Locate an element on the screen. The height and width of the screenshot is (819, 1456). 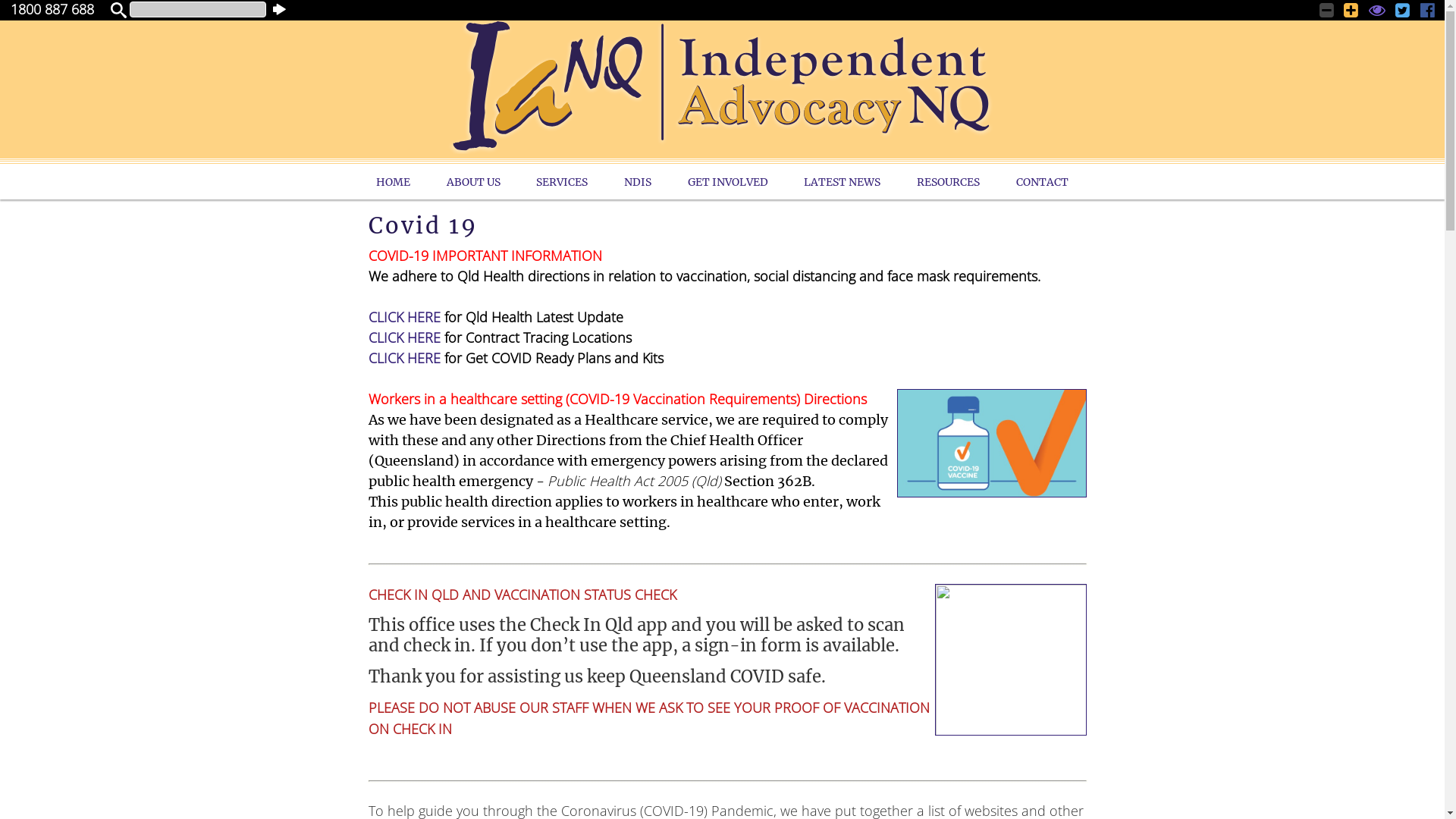
'GET INVOLVED' is located at coordinates (728, 180).